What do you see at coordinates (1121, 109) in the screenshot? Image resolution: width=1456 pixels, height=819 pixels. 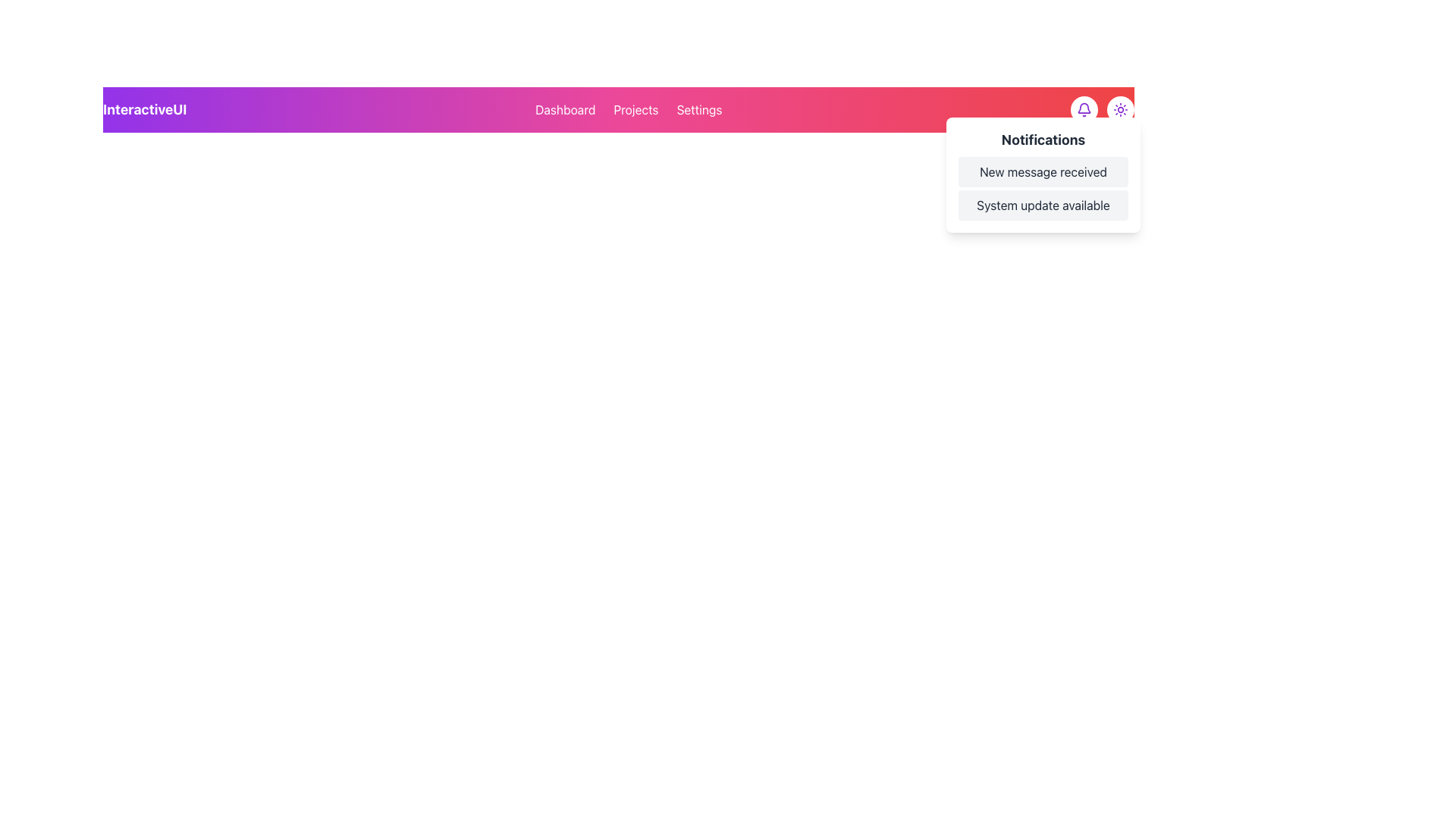 I see `the purple sun icon button located at the top-right corner of the header bar` at bounding box center [1121, 109].